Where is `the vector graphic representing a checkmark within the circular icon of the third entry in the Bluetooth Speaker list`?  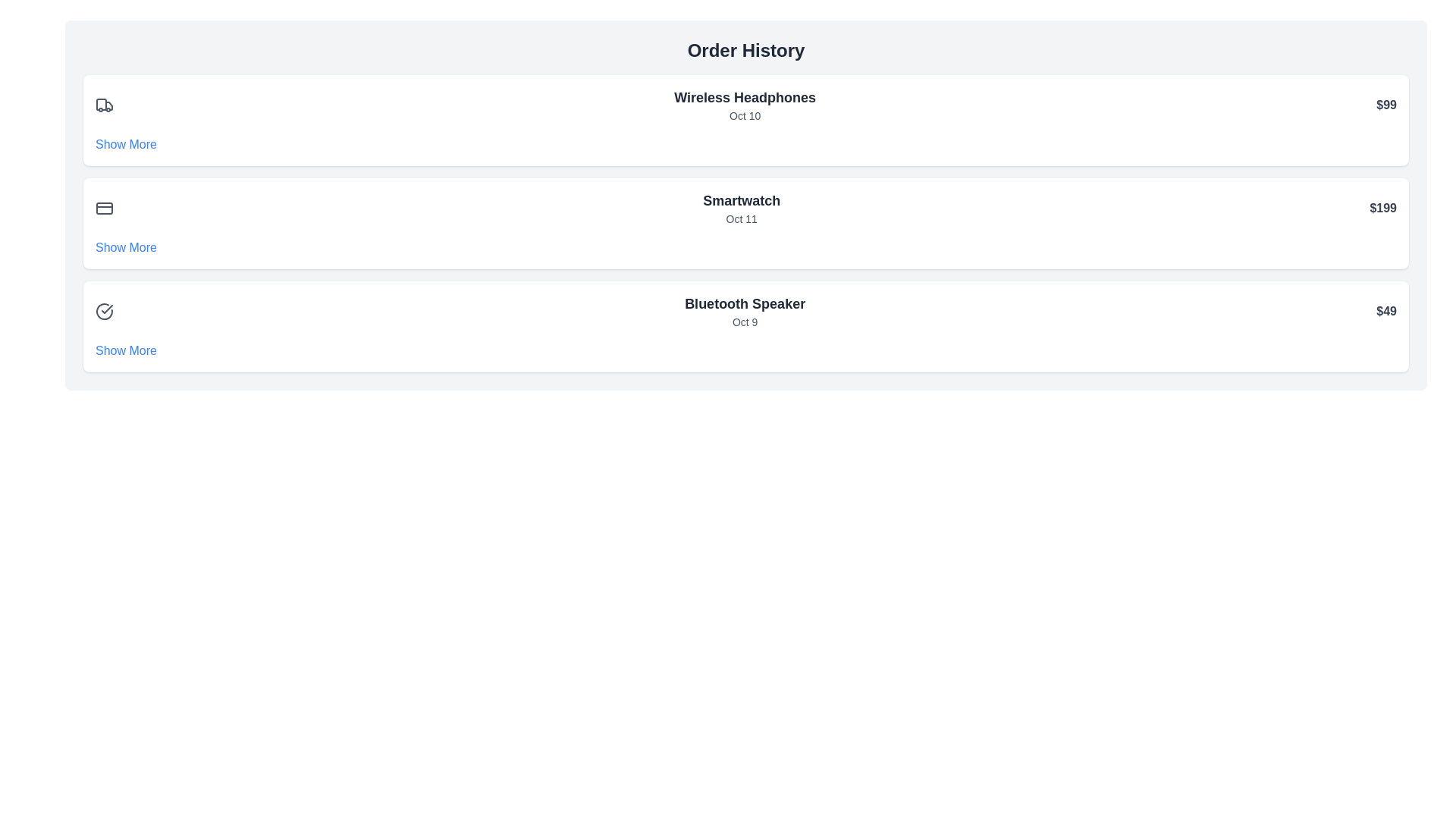
the vector graphic representing a checkmark within the circular icon of the third entry in the Bluetooth Speaker list is located at coordinates (106, 309).